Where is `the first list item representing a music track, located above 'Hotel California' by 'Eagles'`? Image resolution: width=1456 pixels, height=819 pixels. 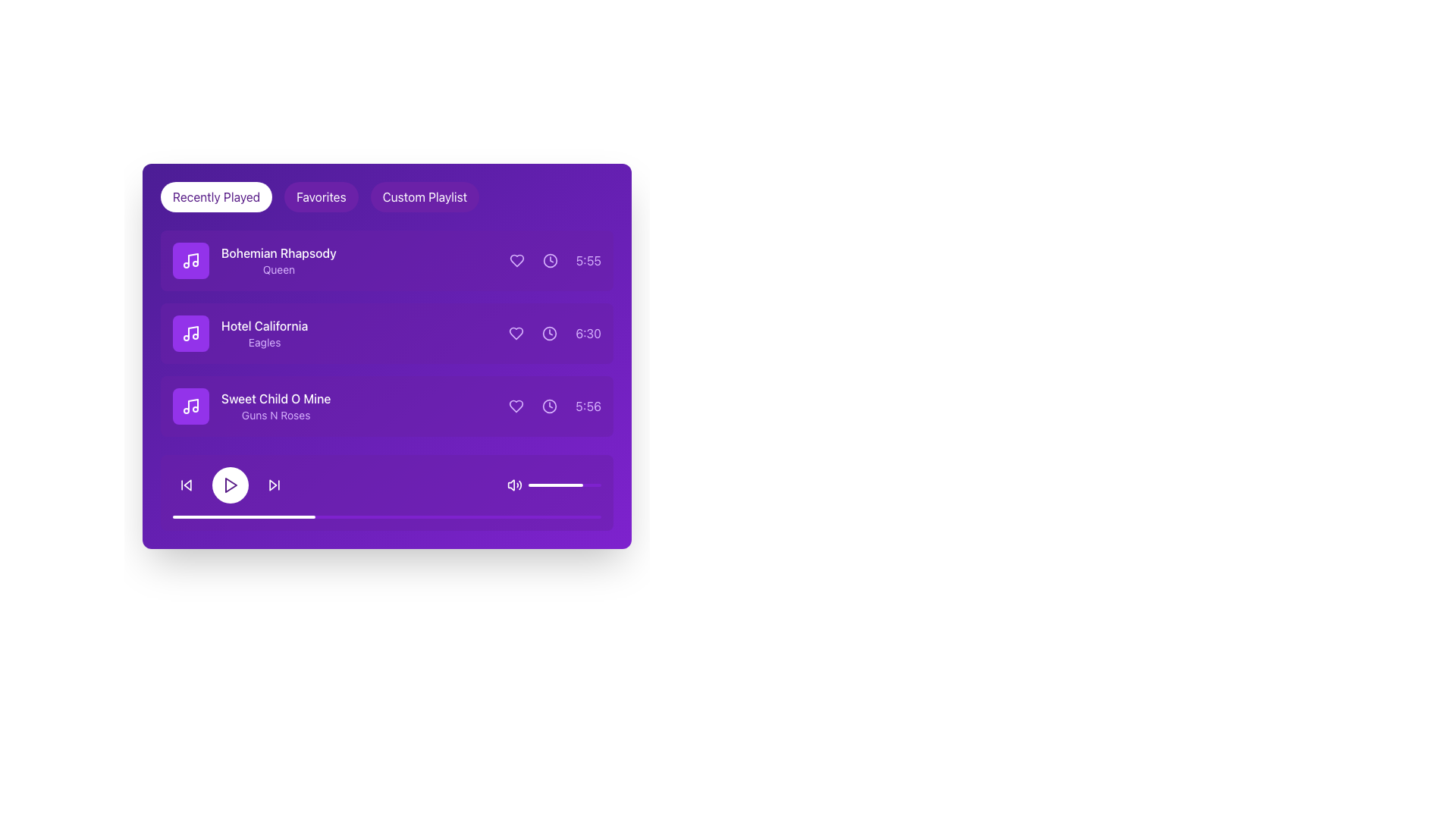 the first list item representing a music track, located above 'Hotel California' by 'Eagles' is located at coordinates (255, 259).